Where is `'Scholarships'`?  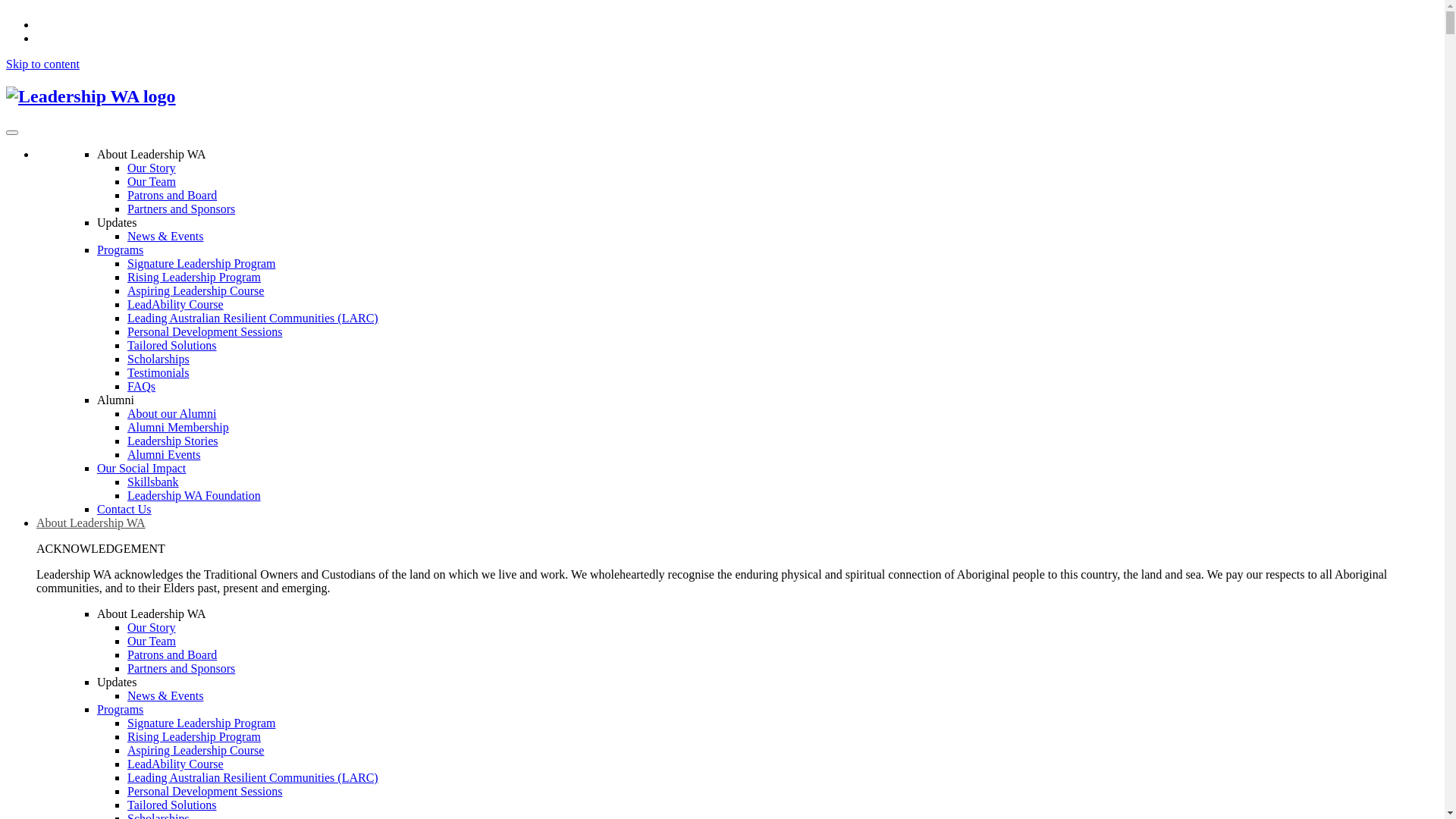
'Scholarships' is located at coordinates (127, 359).